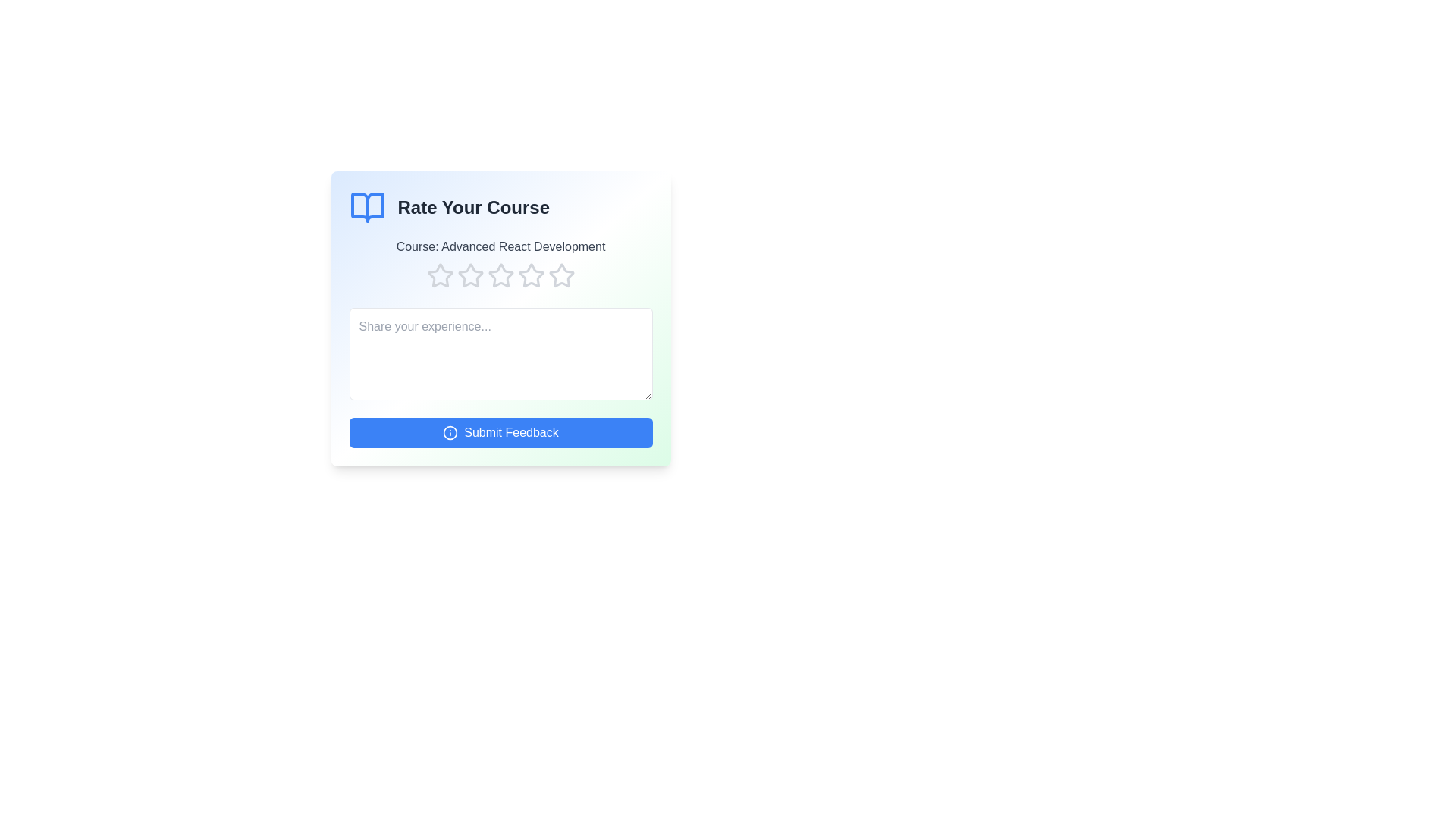  What do you see at coordinates (531, 275) in the screenshot?
I see `the course rating to 4 stars by clicking on the corresponding star` at bounding box center [531, 275].